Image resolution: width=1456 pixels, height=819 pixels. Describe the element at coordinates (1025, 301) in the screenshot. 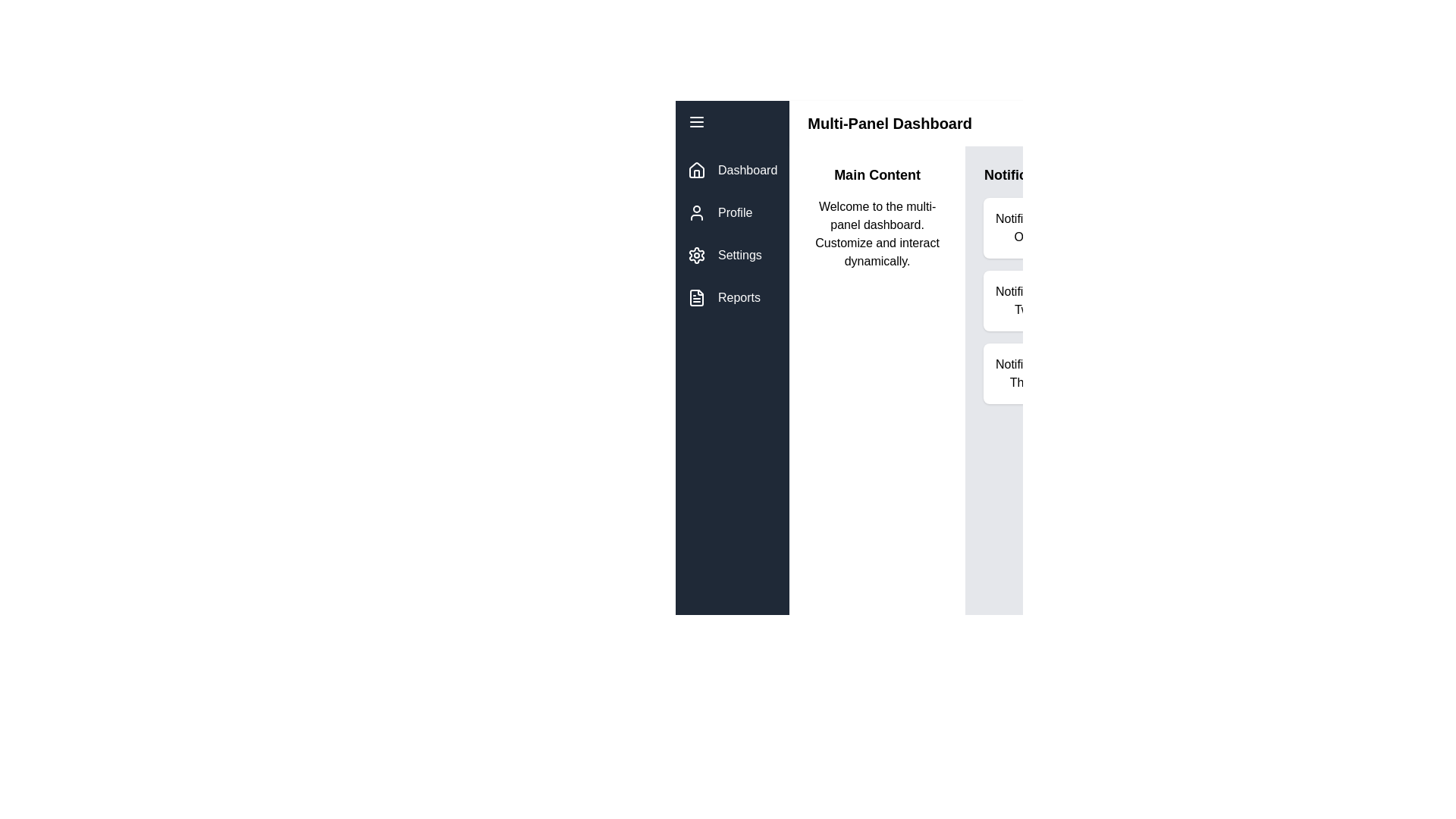

I see `the second notification card` at that location.